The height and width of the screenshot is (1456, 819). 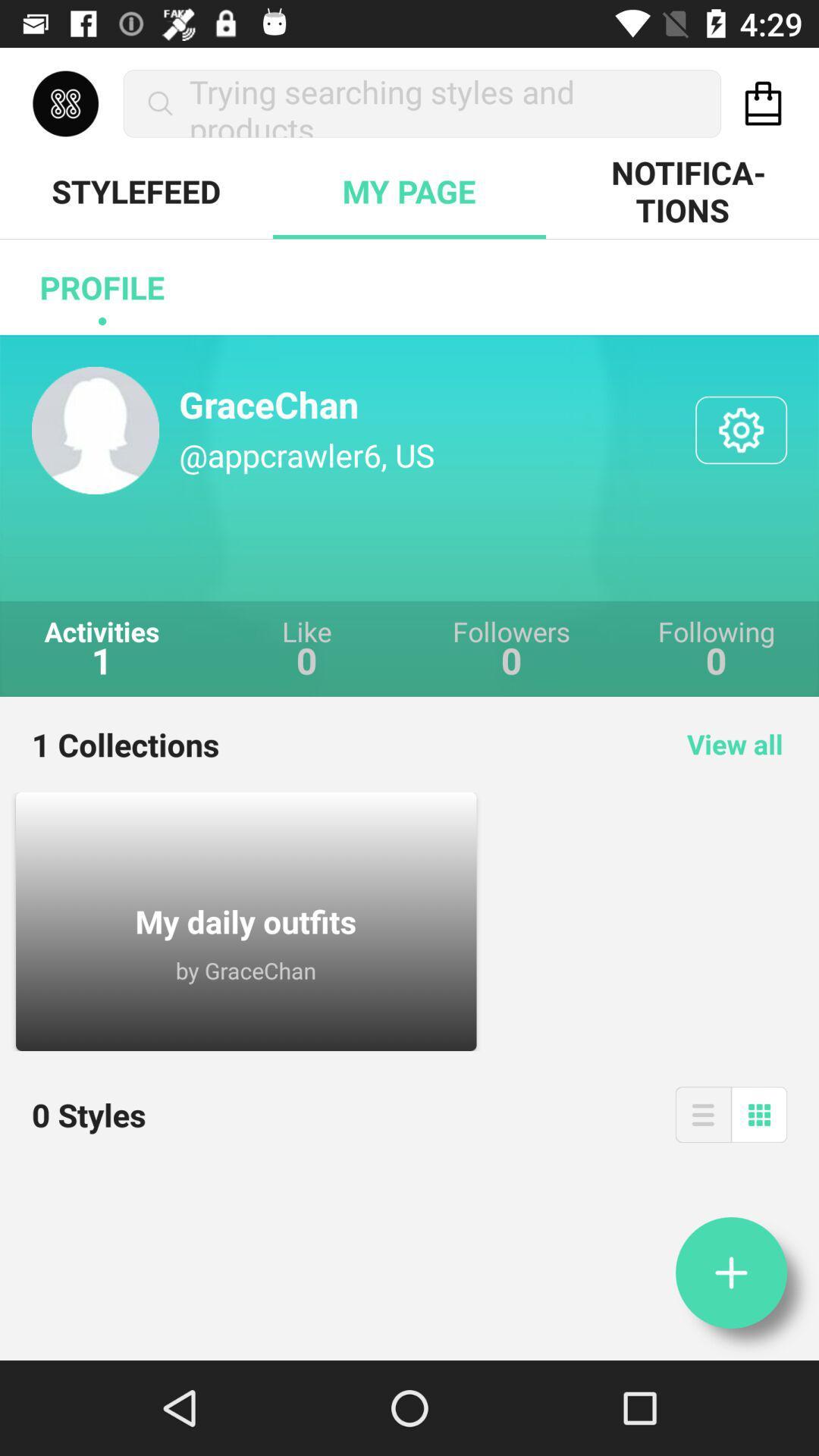 What do you see at coordinates (730, 1272) in the screenshot?
I see `the add icon` at bounding box center [730, 1272].